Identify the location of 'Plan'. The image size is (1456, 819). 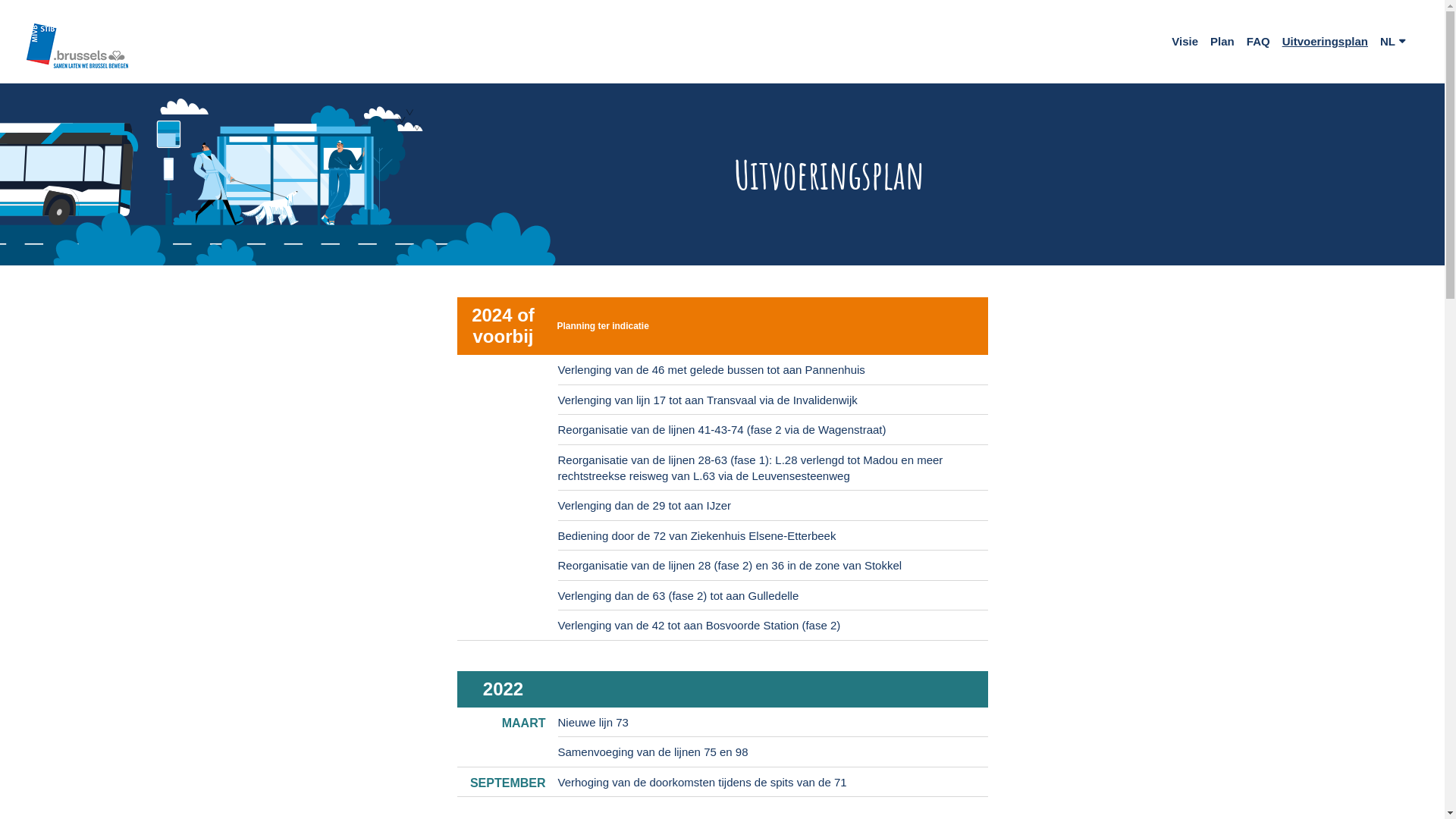
(1222, 40).